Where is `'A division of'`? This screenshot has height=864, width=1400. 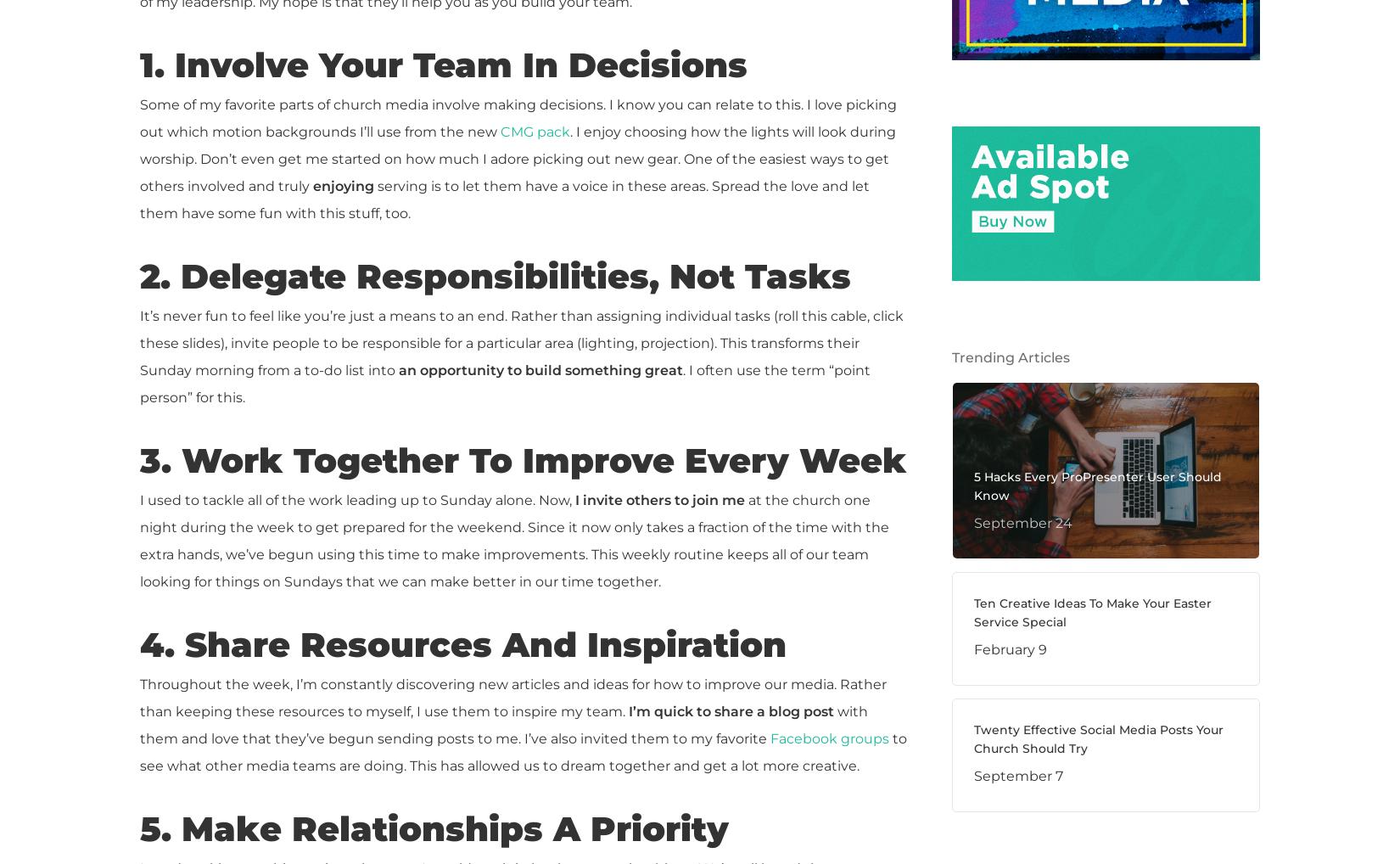
'A division of' is located at coordinates (140, 674).